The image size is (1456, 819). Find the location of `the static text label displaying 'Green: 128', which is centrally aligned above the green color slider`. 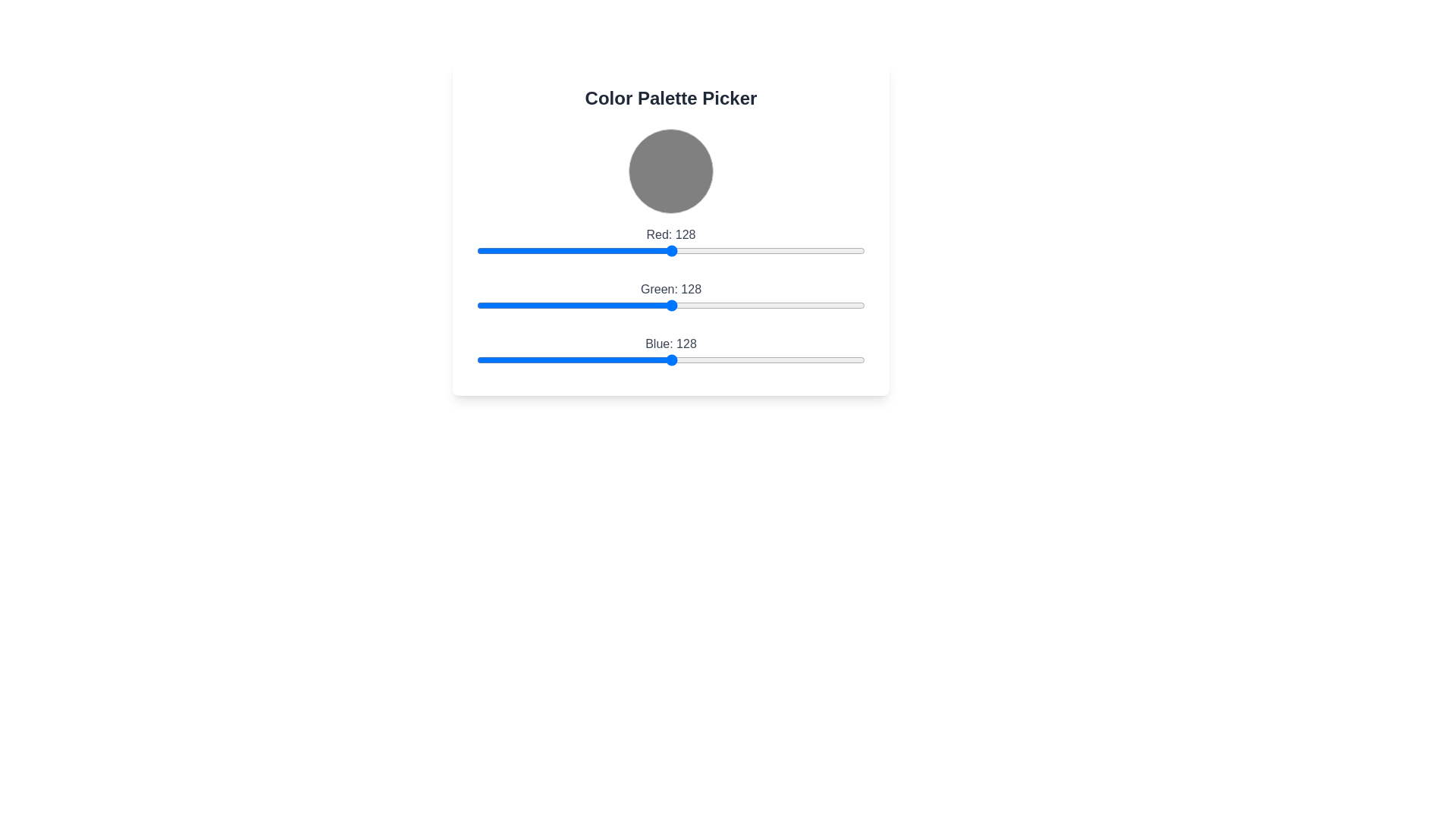

the static text label displaying 'Green: 128', which is centrally aligned above the green color slider is located at coordinates (670, 289).